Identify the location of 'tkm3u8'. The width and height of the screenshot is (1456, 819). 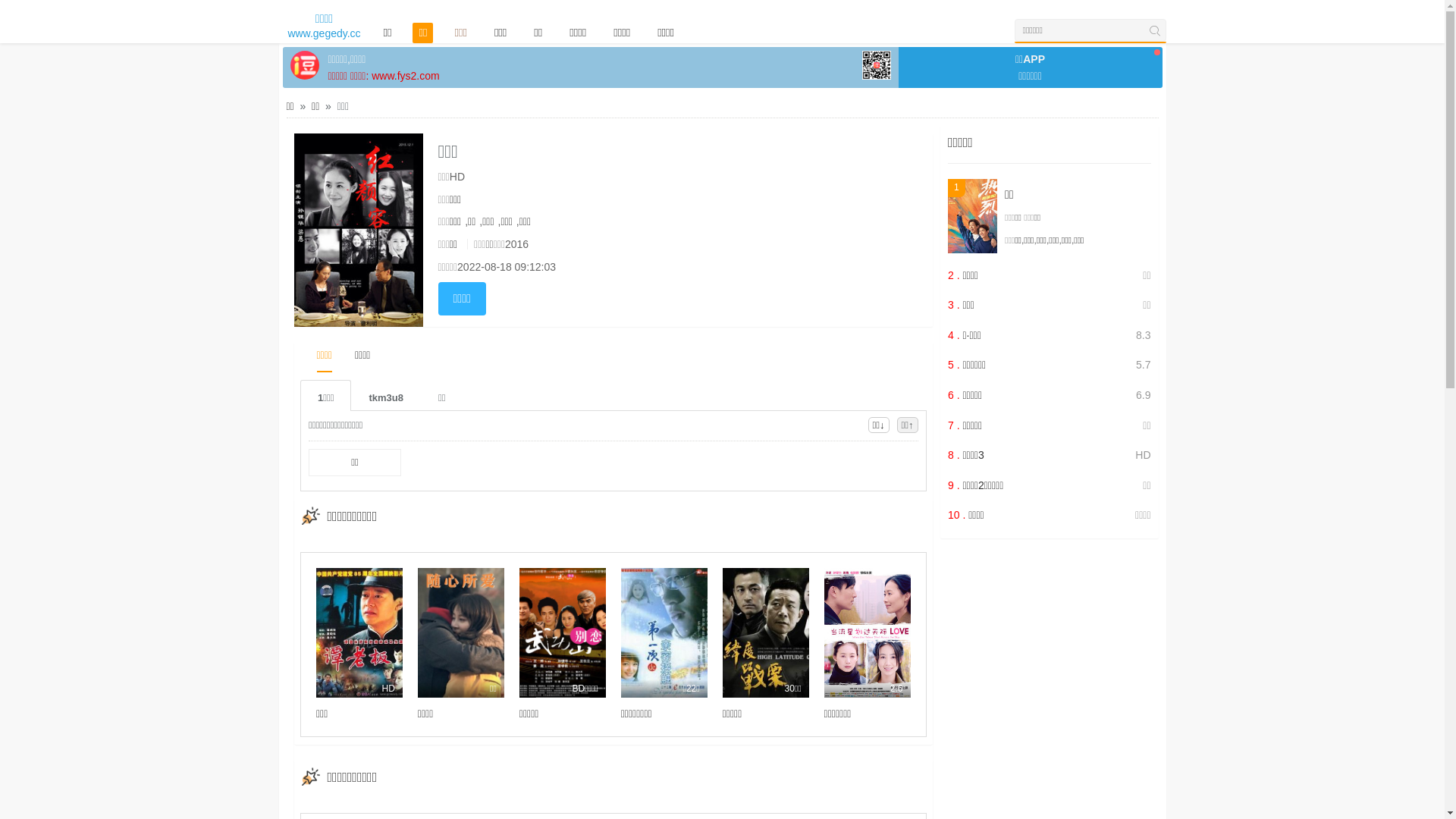
(385, 394).